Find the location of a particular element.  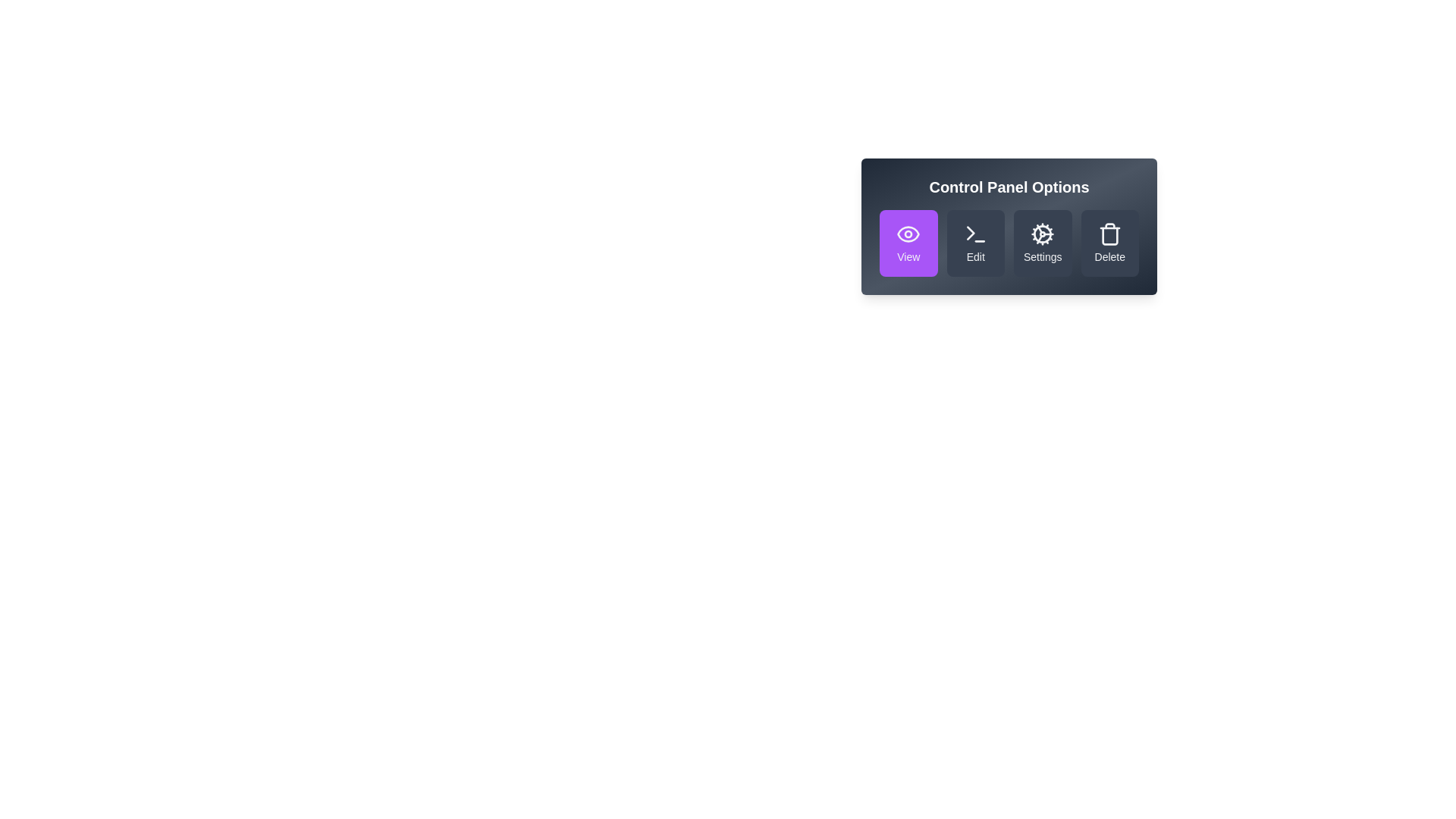

the 'View' icon element located within the purple button at the top-left of the horizontal menu is located at coordinates (908, 234).